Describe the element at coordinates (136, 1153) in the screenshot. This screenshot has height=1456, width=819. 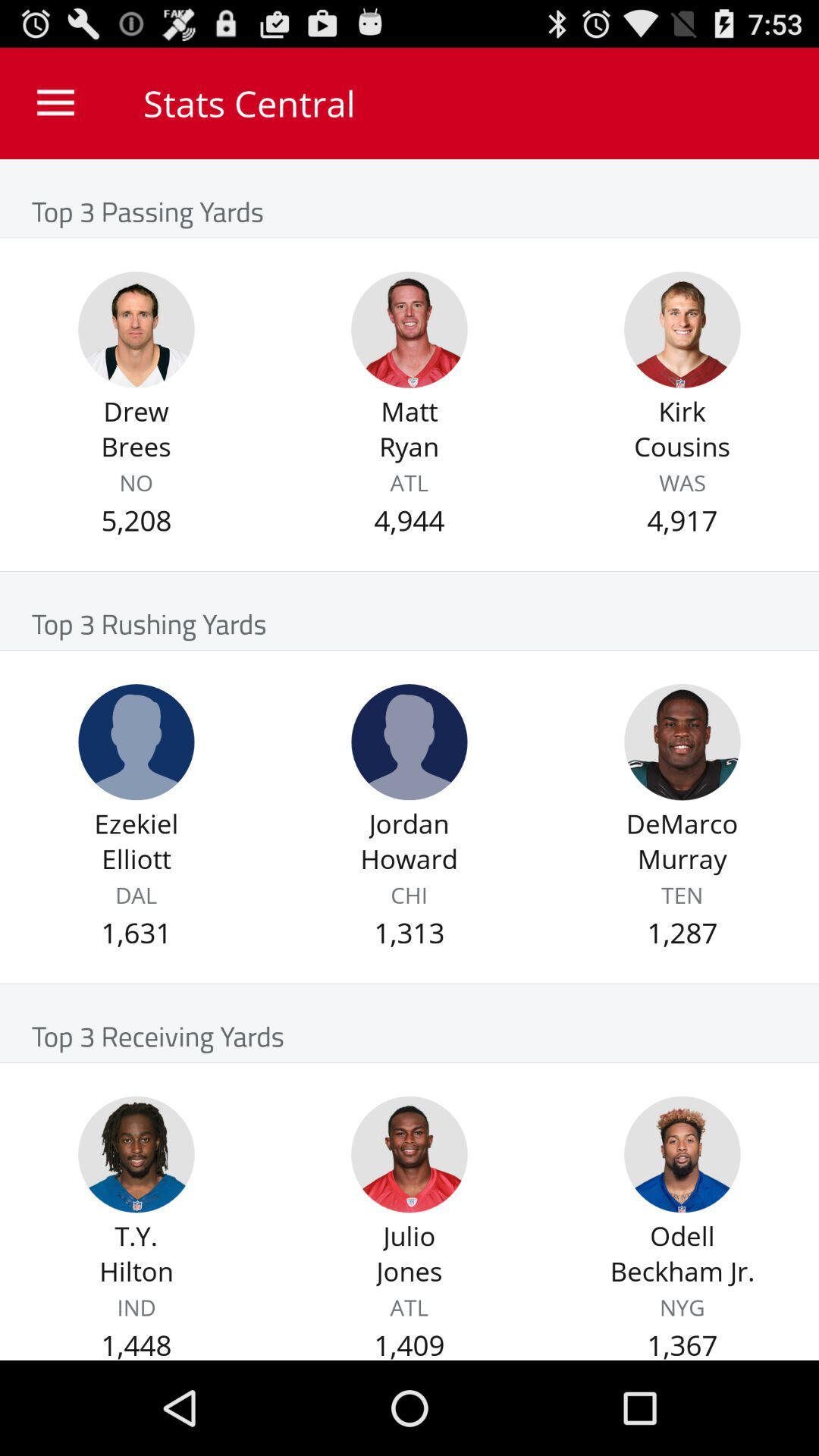
I see `player profile` at that location.